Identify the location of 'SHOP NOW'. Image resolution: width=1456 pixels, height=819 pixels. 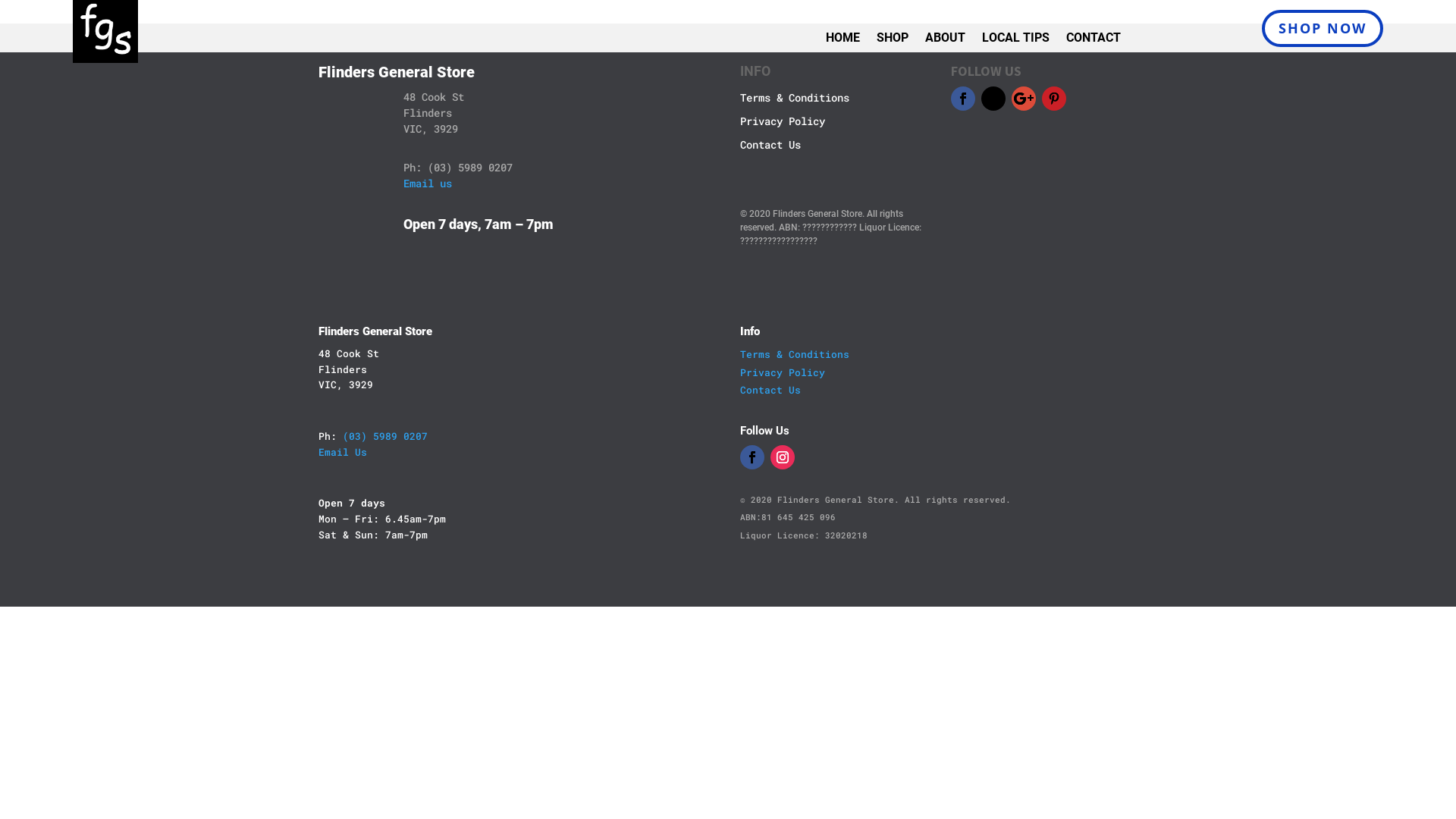
(1321, 28).